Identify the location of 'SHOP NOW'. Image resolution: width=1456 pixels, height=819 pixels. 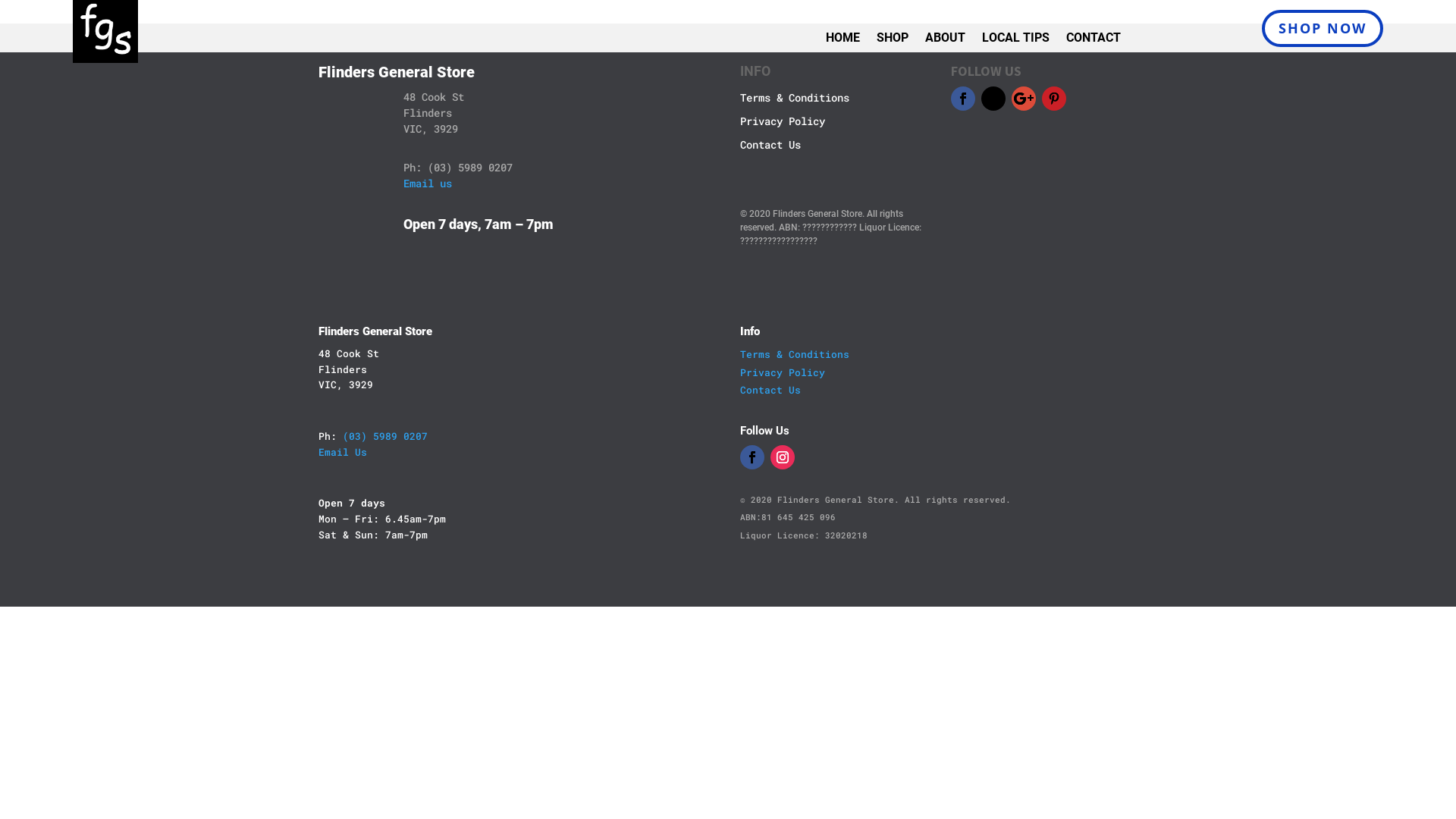
(1321, 28).